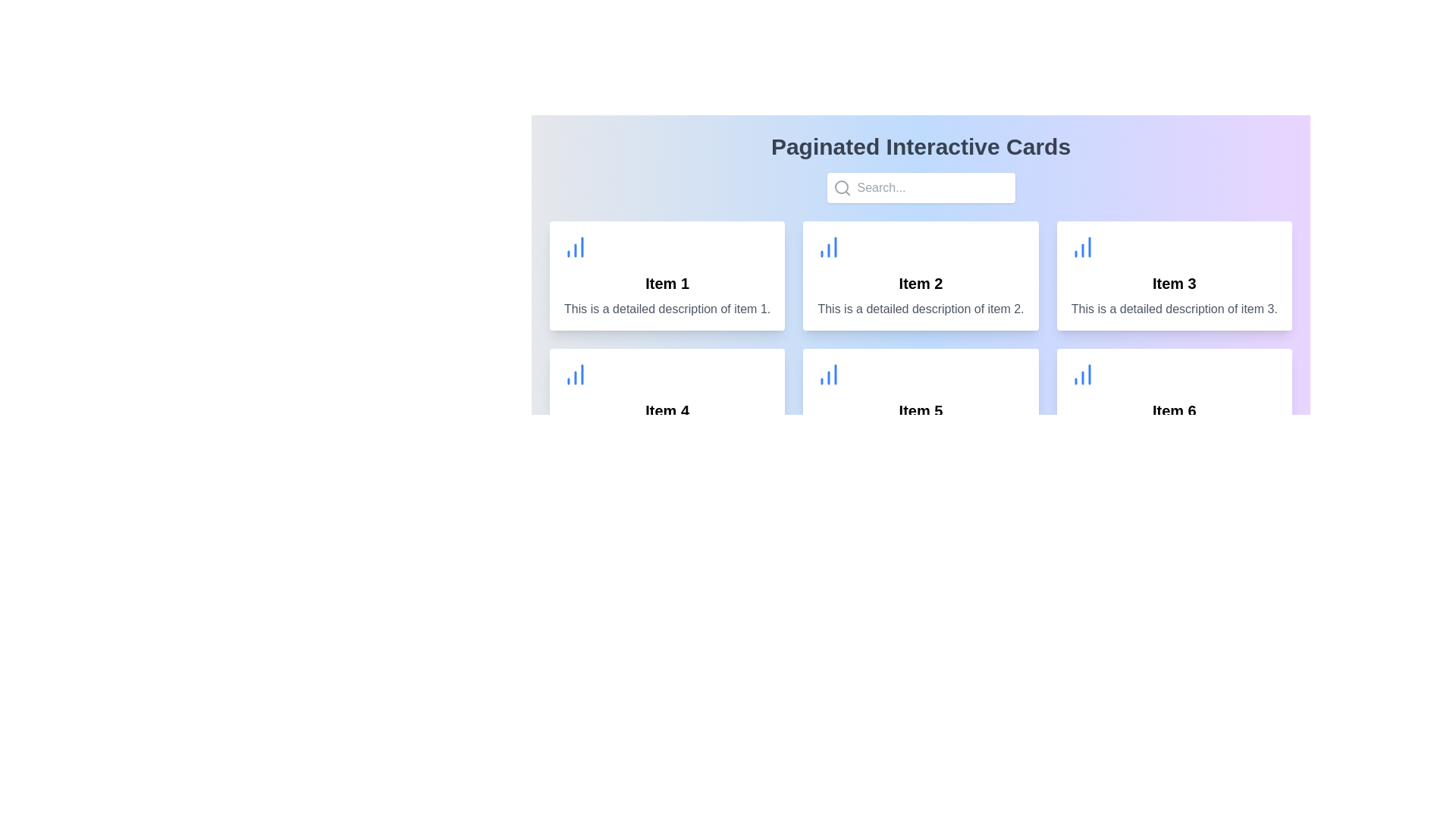 The image size is (1456, 819). Describe the element at coordinates (667, 275) in the screenshot. I see `the first card in the grid layout, which displays a summary with an icon, title, and description, located in the top left corner` at that location.